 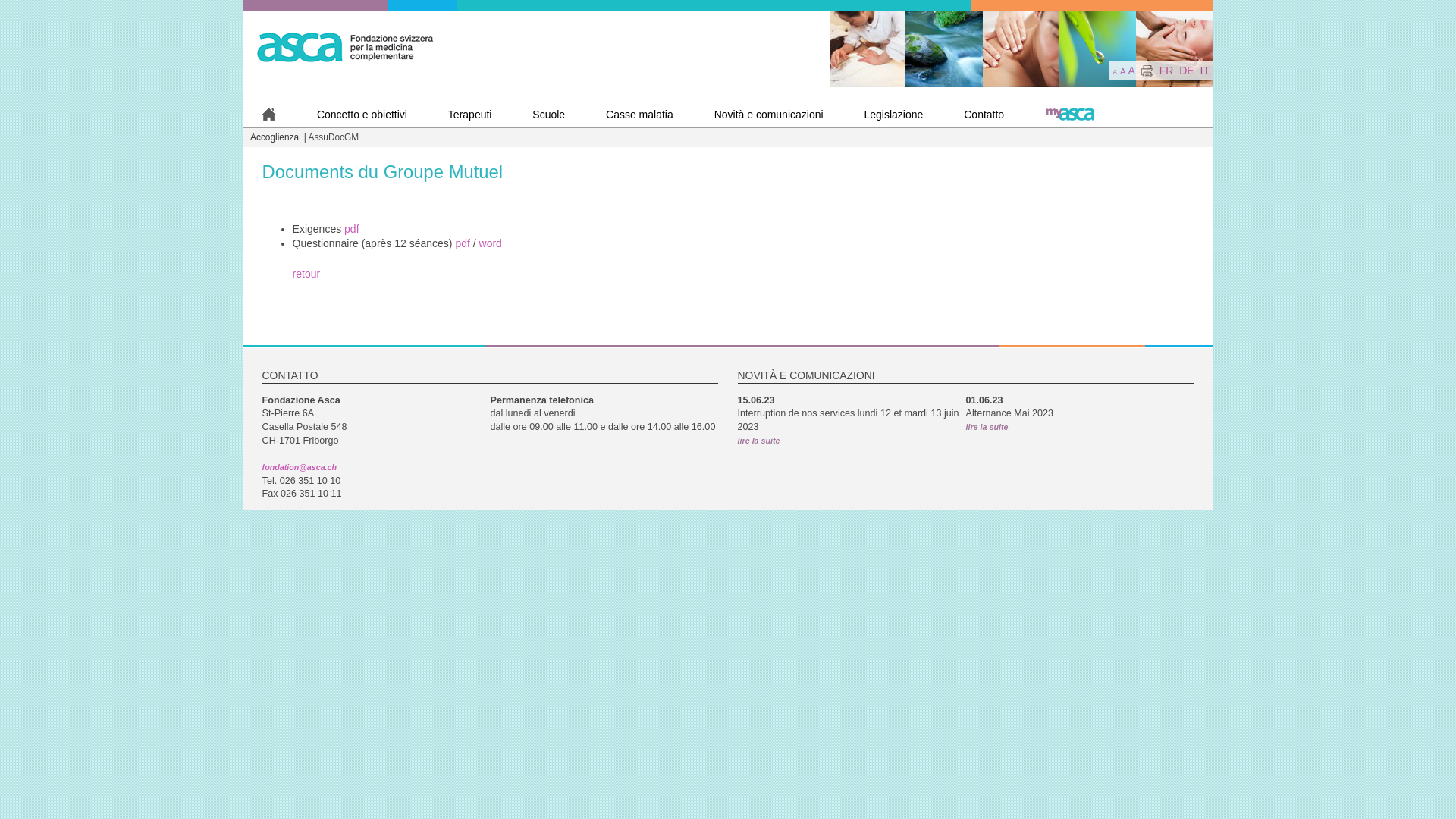 I want to click on 'banner', so click(x=1021, y=49).